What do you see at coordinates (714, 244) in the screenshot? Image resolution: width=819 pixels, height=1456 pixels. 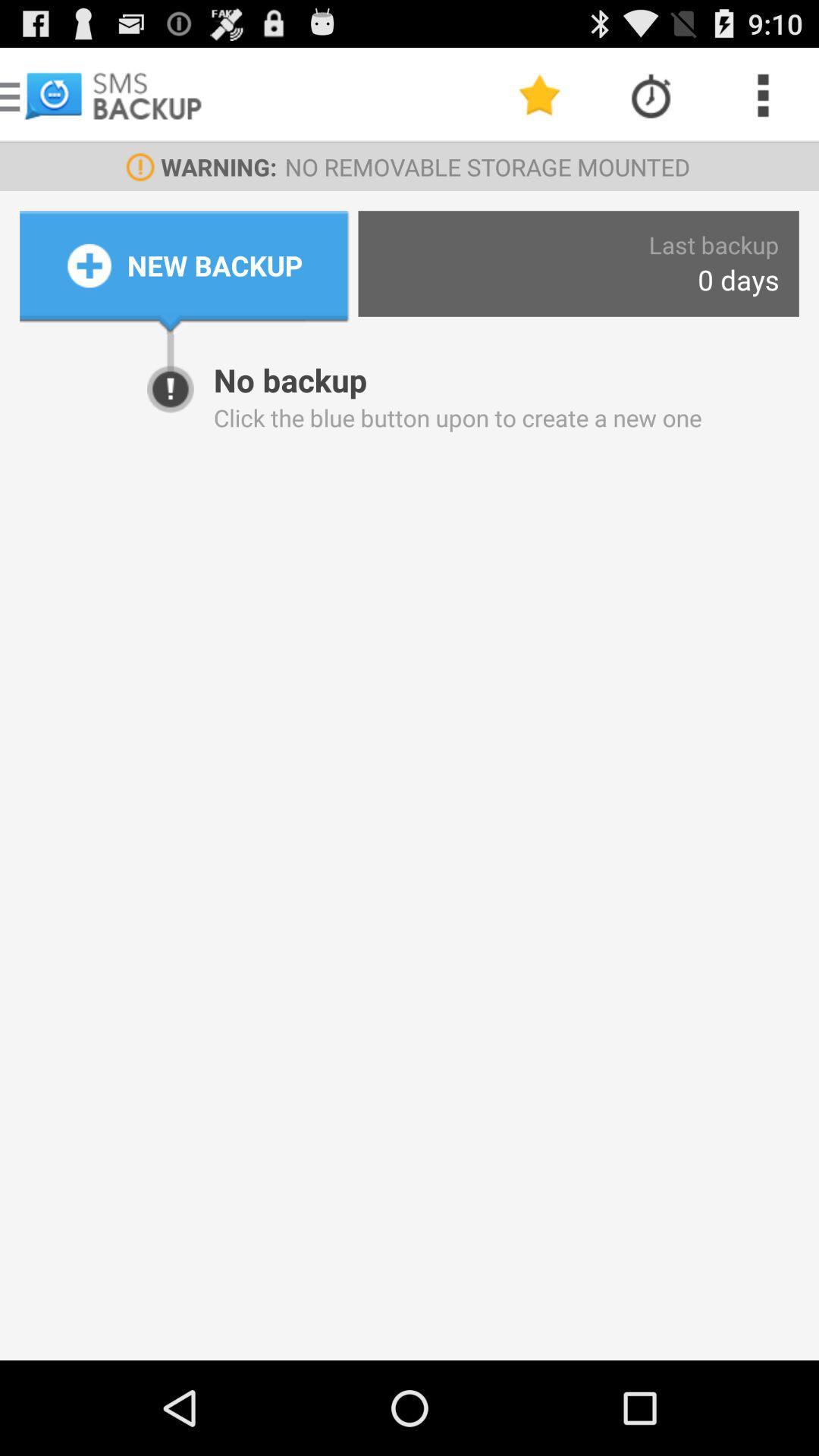 I see `the last backup app` at bounding box center [714, 244].